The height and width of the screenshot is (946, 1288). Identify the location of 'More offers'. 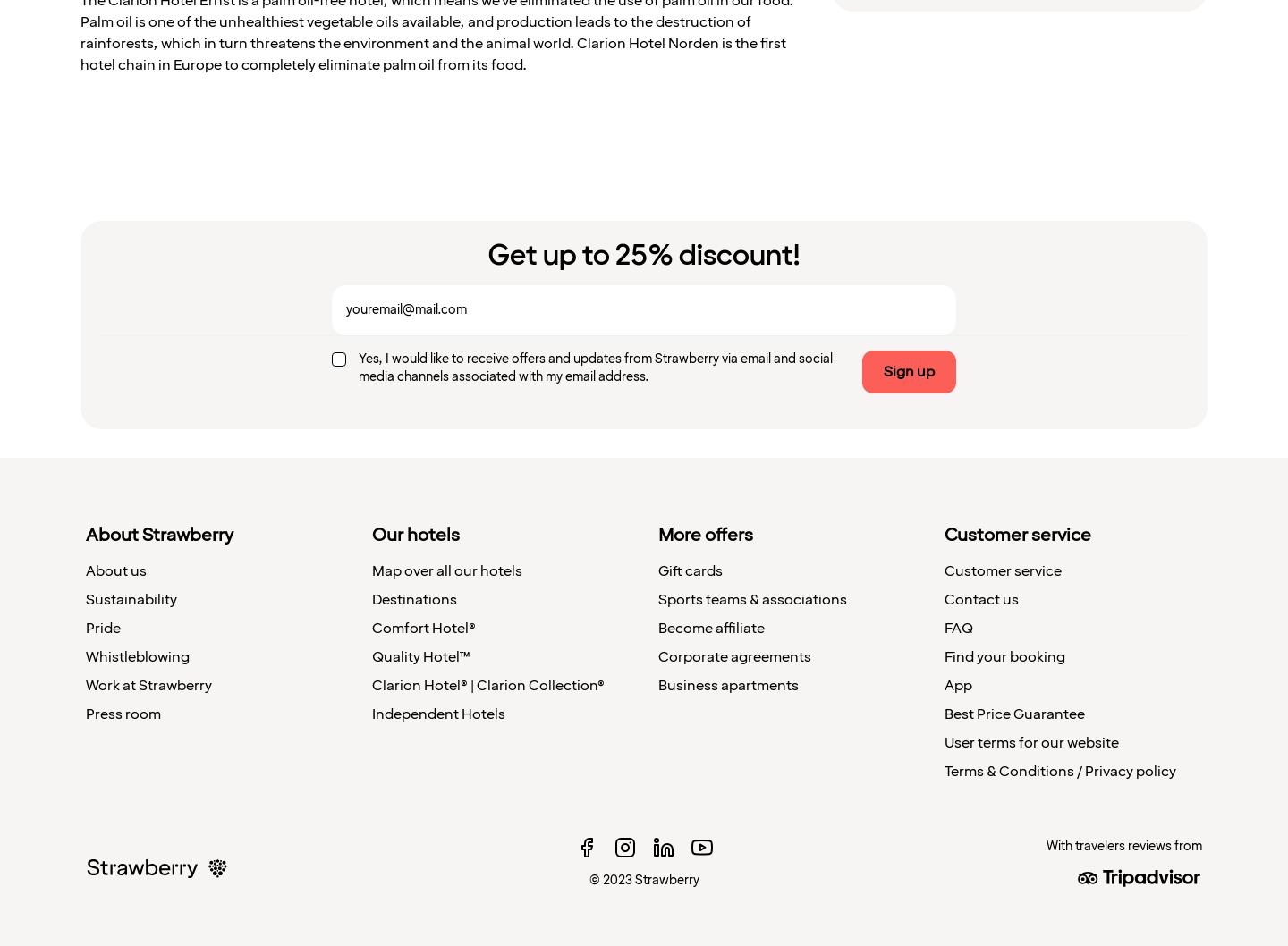
(657, 534).